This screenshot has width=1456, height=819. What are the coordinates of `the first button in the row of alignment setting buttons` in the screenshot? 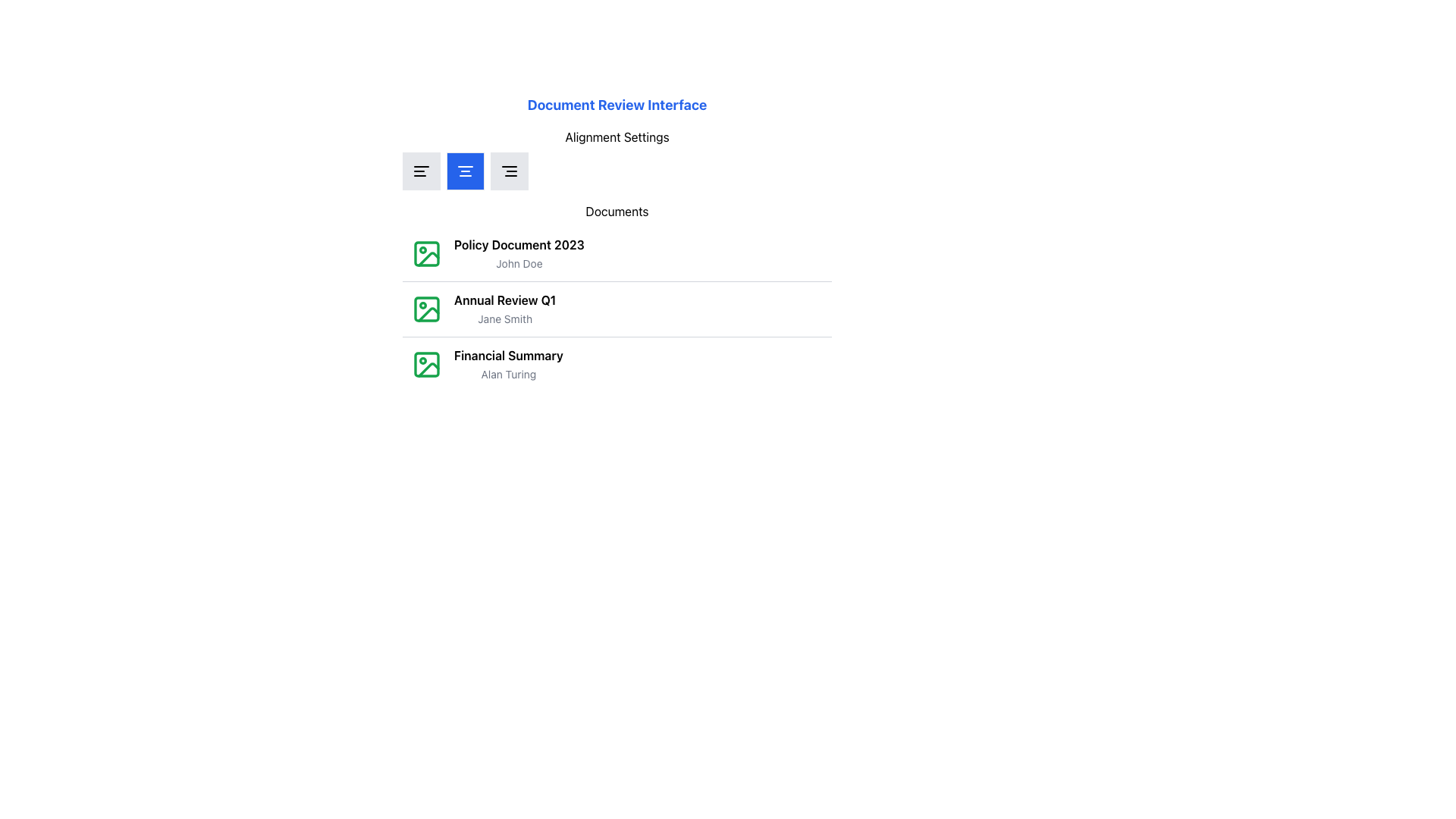 It's located at (422, 171).